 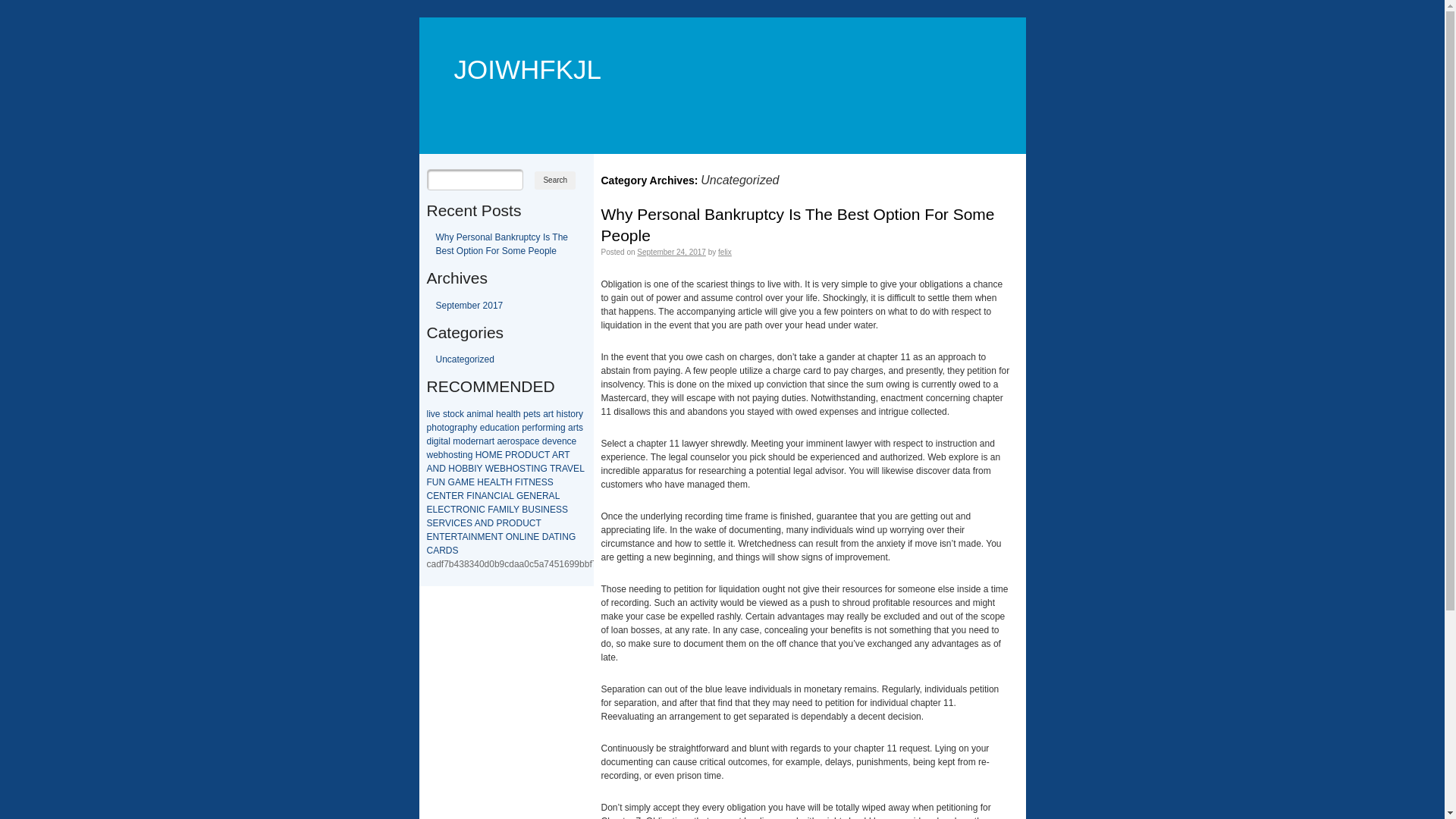 What do you see at coordinates (432, 496) in the screenshot?
I see `'E'` at bounding box center [432, 496].